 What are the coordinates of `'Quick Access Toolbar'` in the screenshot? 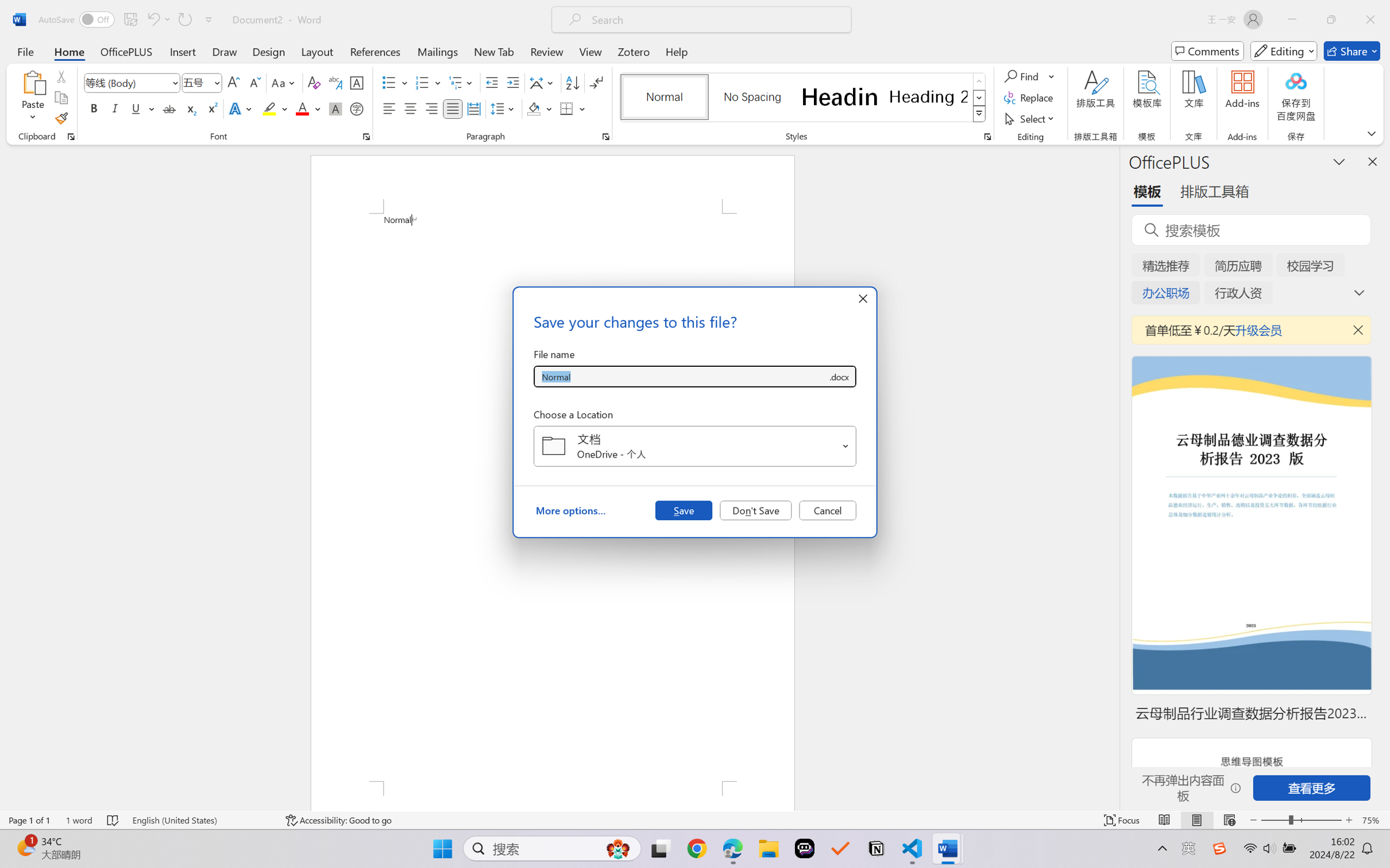 It's located at (128, 19).